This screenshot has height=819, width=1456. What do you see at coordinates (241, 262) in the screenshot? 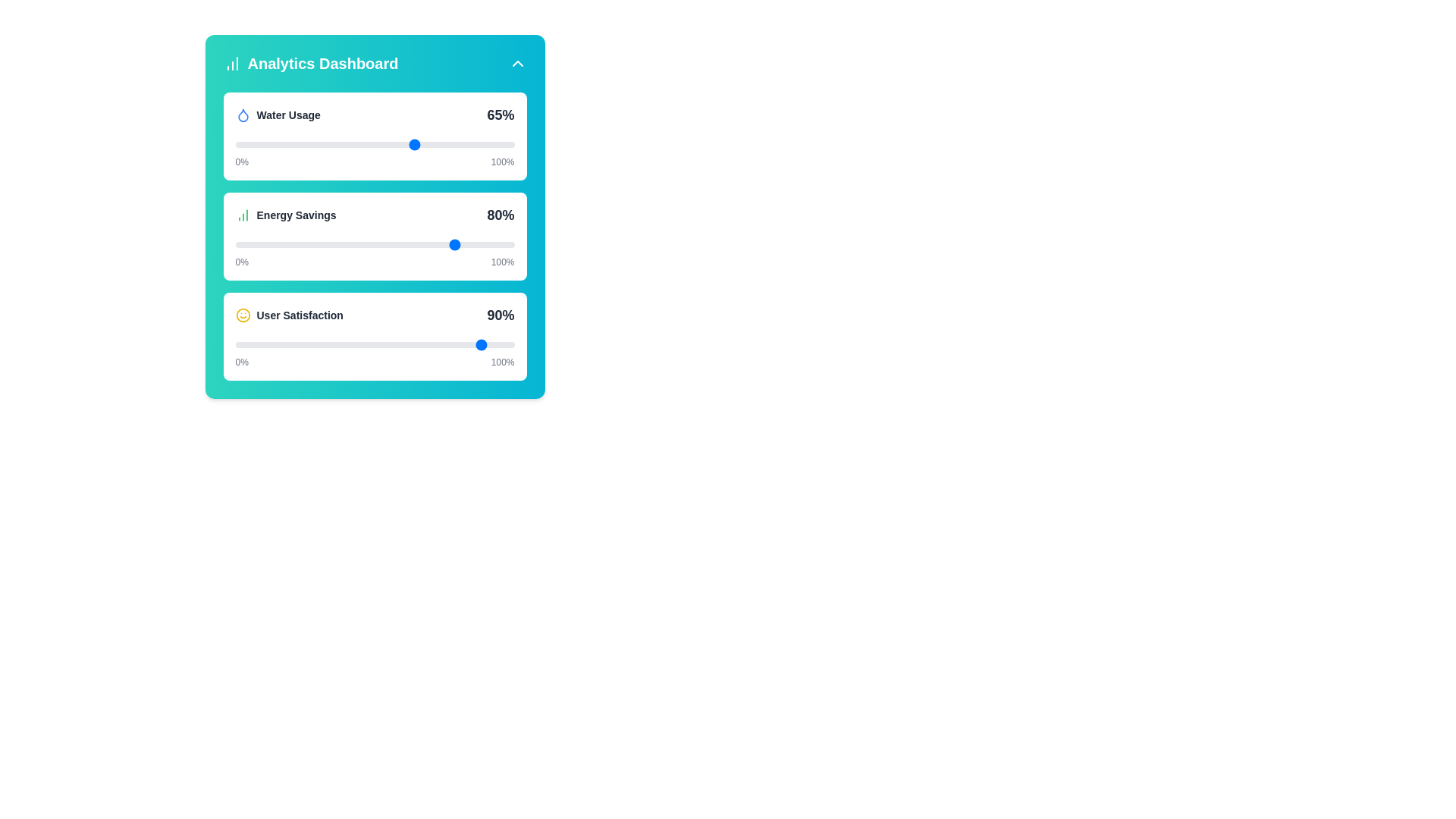
I see `the text label indicating the minimal value of 0% for the 'Energy Savings' slider, located at the far left side of the slider` at bounding box center [241, 262].